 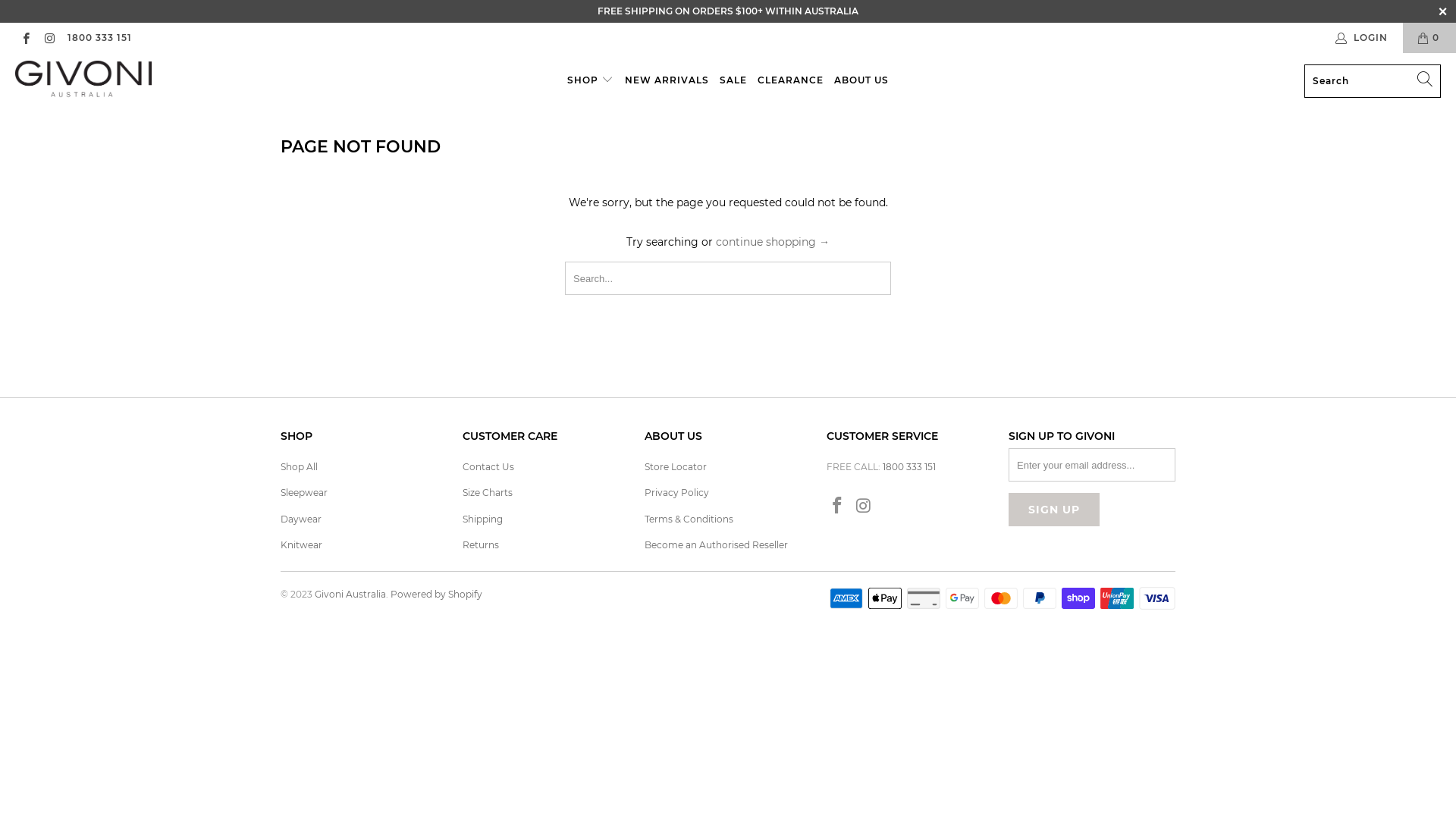 I want to click on 'Givoni Australia on Instagram', so click(x=49, y=36).